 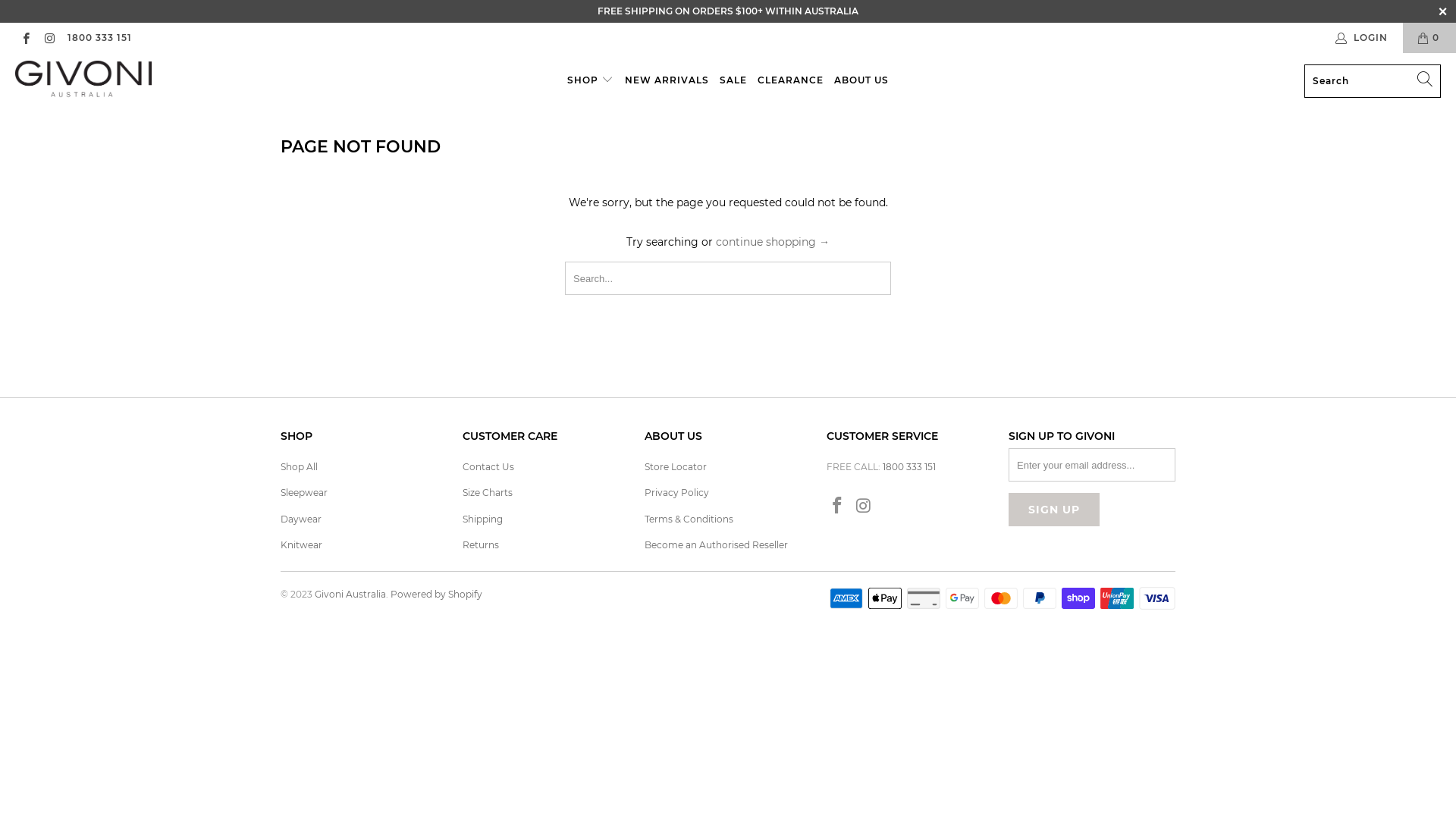 I want to click on 'Givoni Australia on Instagram', so click(x=49, y=36).